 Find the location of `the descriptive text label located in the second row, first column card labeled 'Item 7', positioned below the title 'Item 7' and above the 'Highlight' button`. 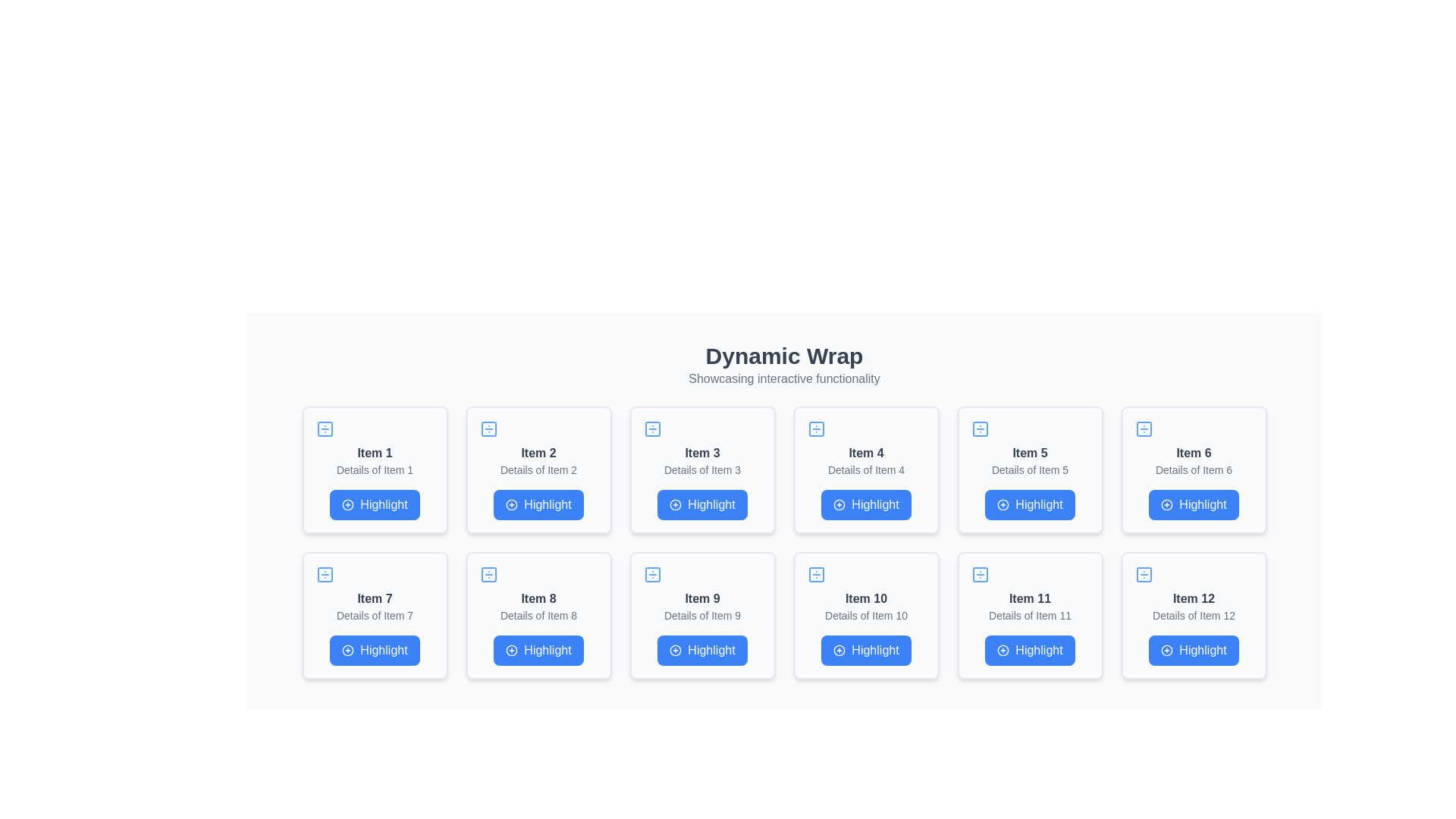

the descriptive text label located in the second row, first column card labeled 'Item 7', positioned below the title 'Item 7' and above the 'Highlight' button is located at coordinates (375, 616).